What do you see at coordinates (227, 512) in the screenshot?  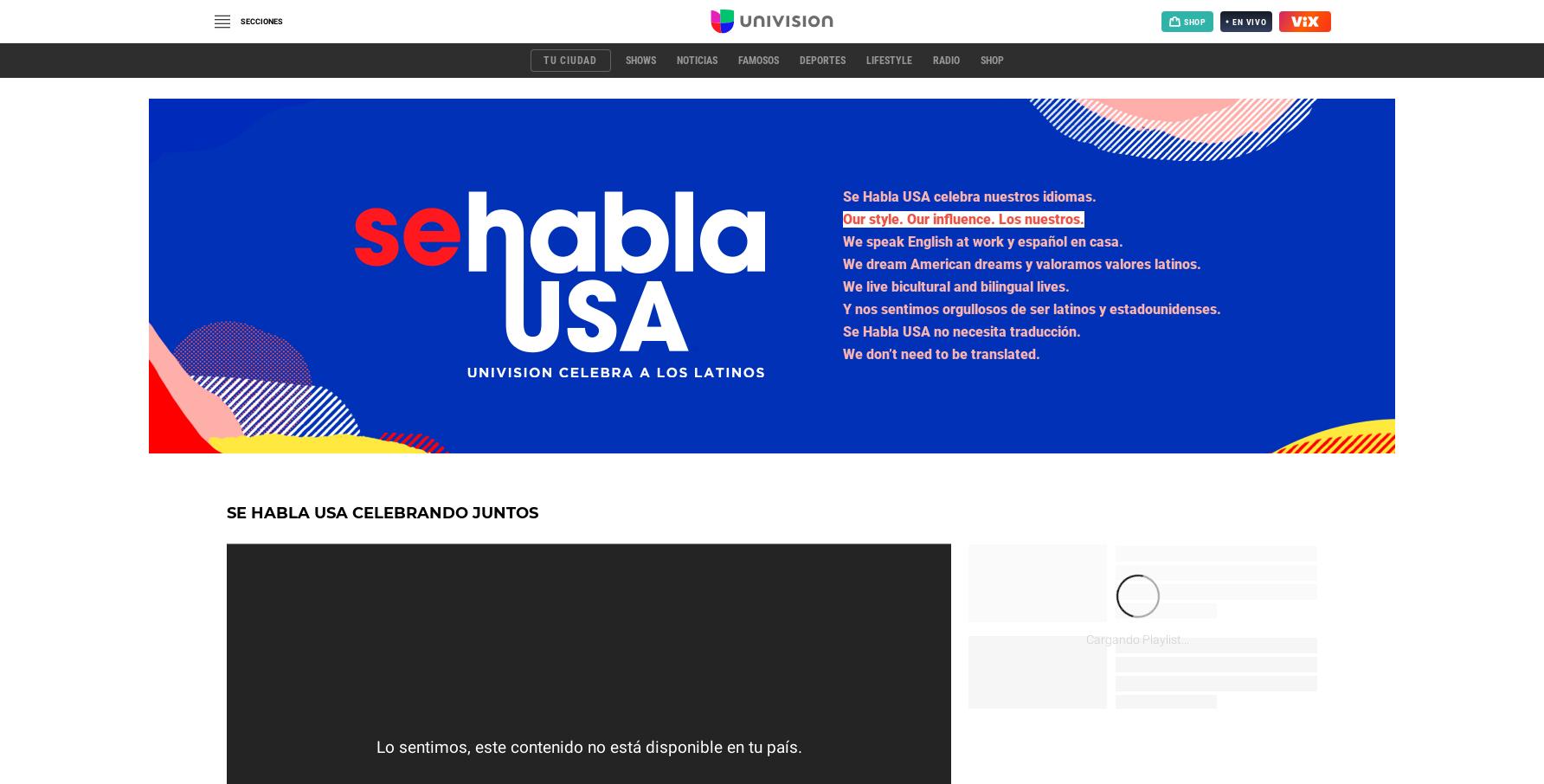 I see `'Se Habla USA Celebrando Juntos'` at bounding box center [227, 512].